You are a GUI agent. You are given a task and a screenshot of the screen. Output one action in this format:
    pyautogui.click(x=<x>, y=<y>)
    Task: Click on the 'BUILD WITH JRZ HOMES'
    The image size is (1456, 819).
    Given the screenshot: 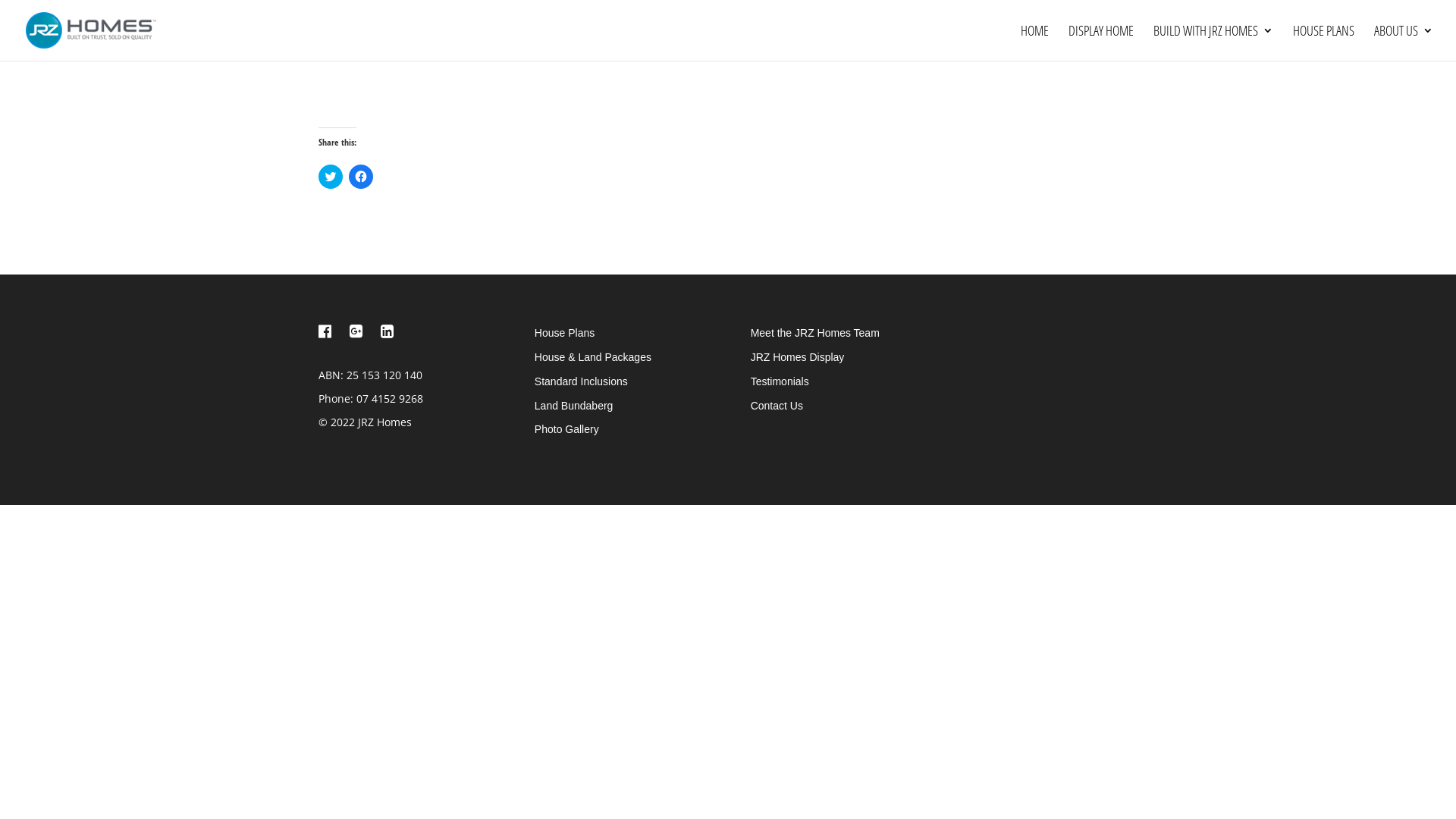 What is the action you would take?
    pyautogui.click(x=1212, y=42)
    